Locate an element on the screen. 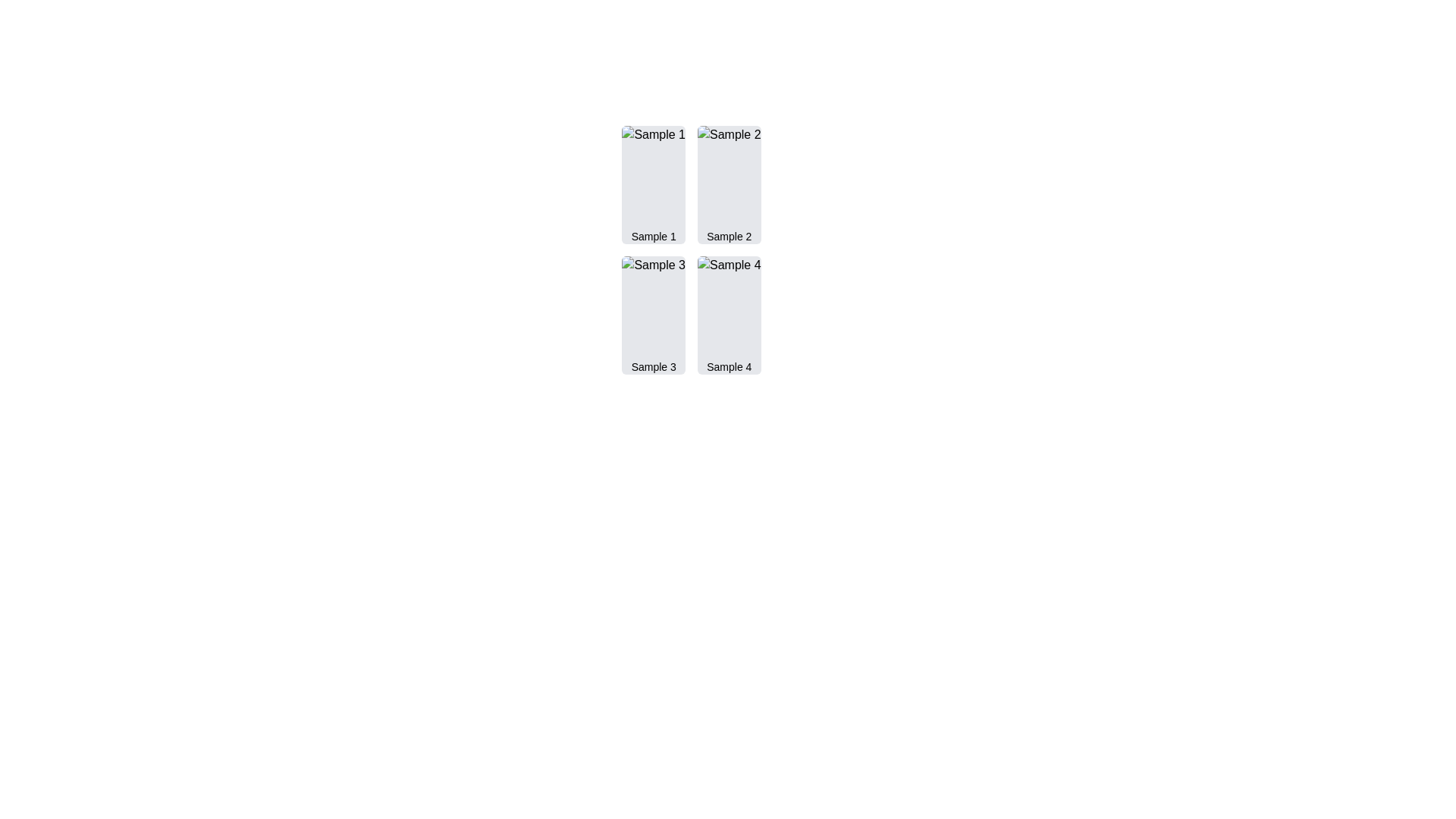  the image representing 'Sample 1', located in the top-left position of a grid layout is located at coordinates (654, 174).